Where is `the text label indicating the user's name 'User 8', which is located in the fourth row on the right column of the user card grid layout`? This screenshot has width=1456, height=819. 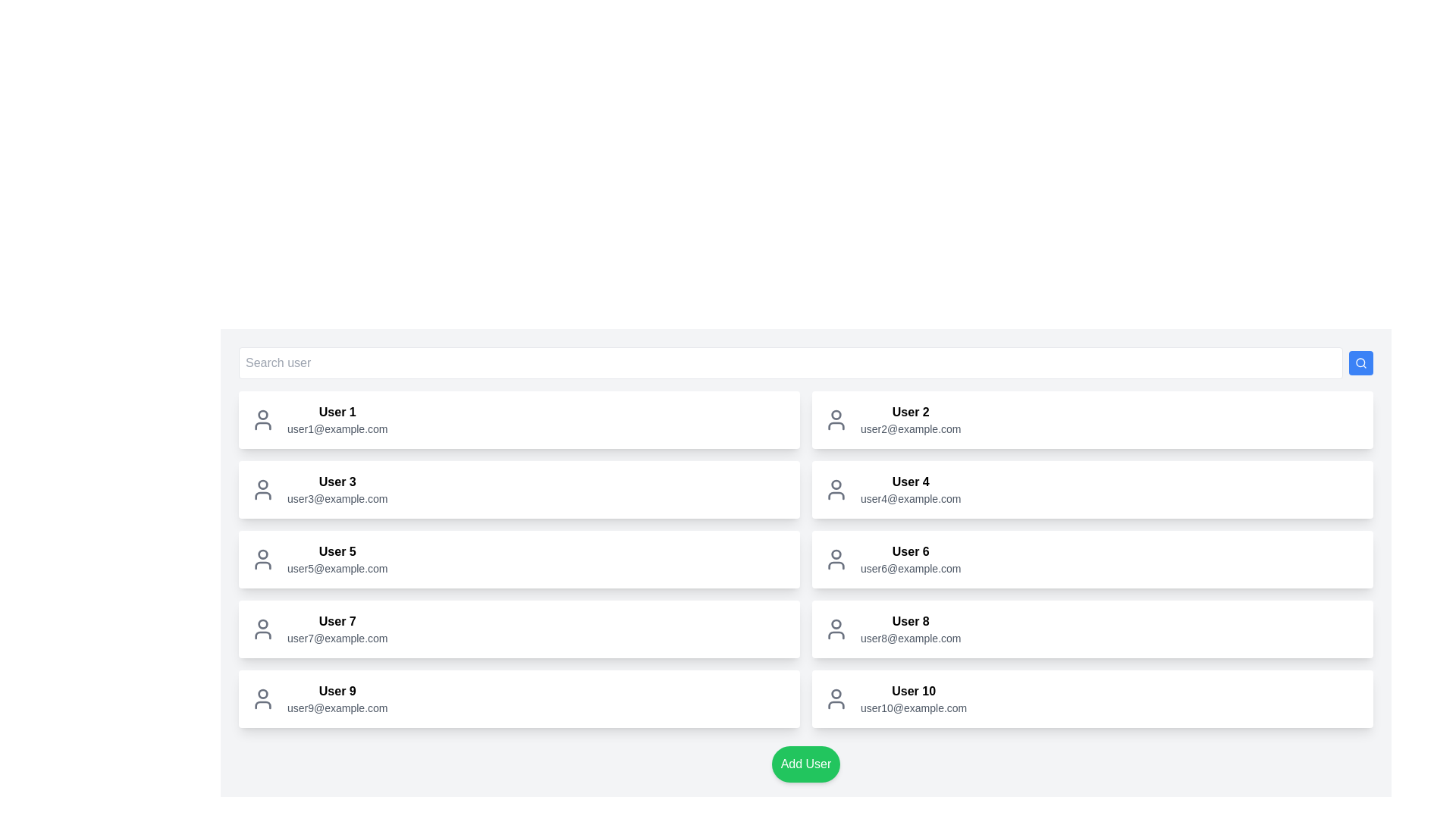 the text label indicating the user's name 'User 8', which is located in the fourth row on the right column of the user card grid layout is located at coordinates (910, 622).